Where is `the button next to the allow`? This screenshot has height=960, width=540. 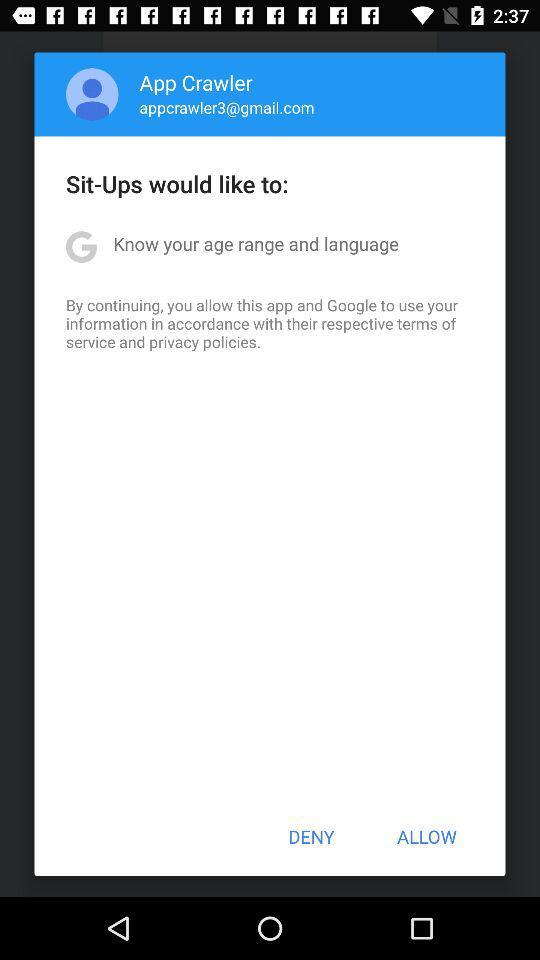 the button next to the allow is located at coordinates (311, 836).